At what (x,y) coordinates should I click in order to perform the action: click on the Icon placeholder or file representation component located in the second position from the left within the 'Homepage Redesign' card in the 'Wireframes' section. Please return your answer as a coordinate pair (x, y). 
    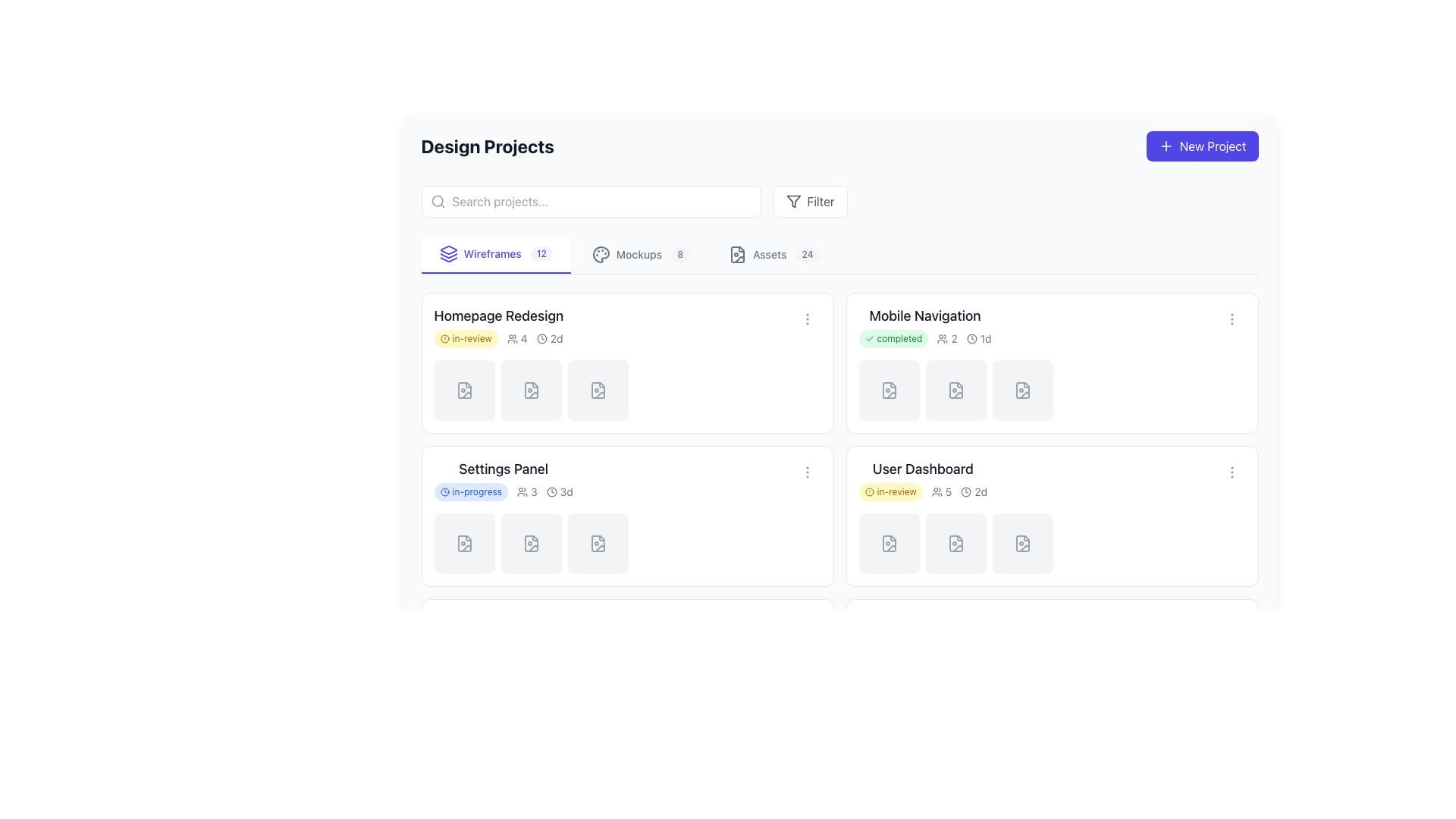
    Looking at the image, I should click on (531, 390).